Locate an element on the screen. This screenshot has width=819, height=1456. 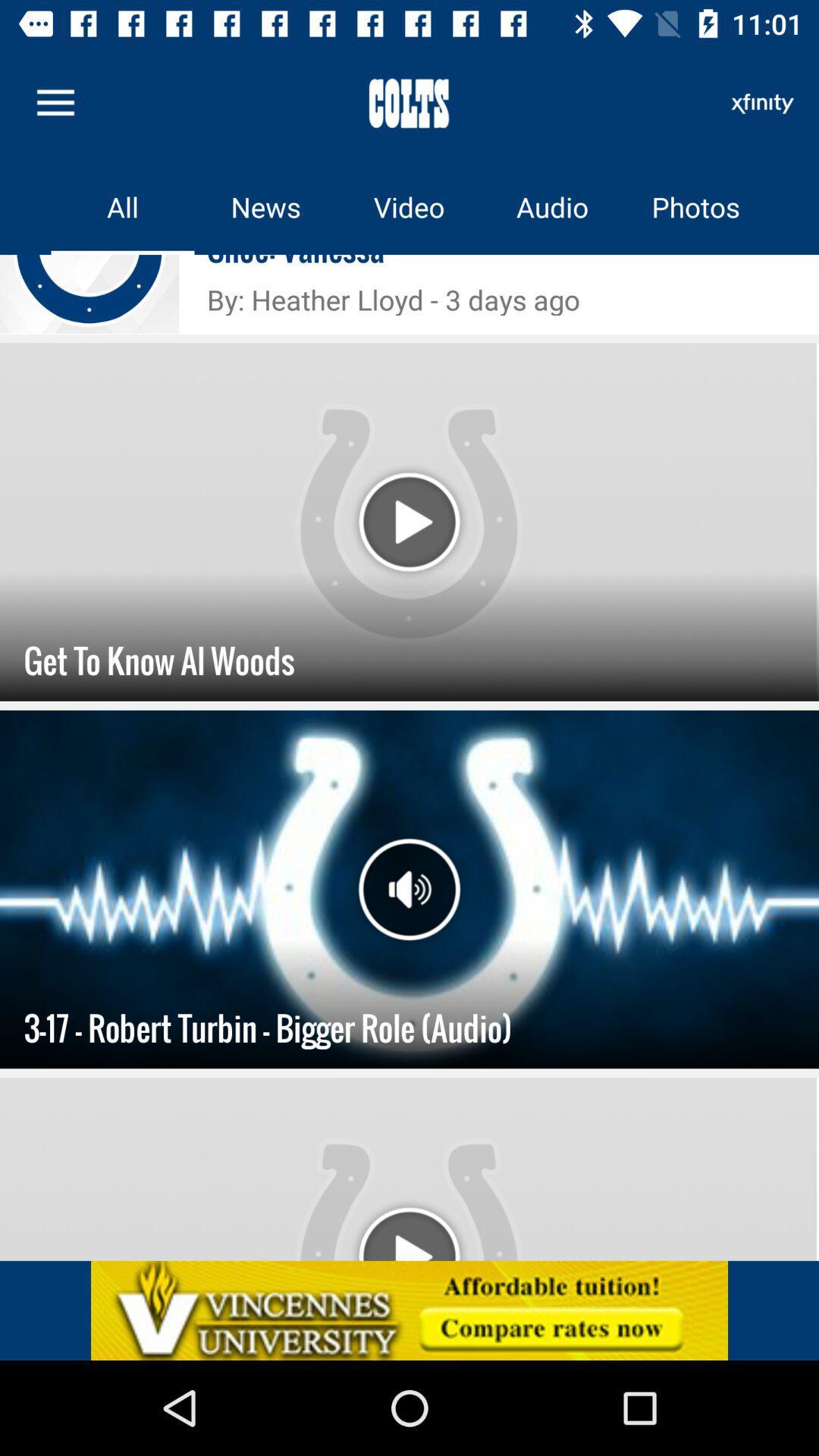
photos is located at coordinates (696, 206).